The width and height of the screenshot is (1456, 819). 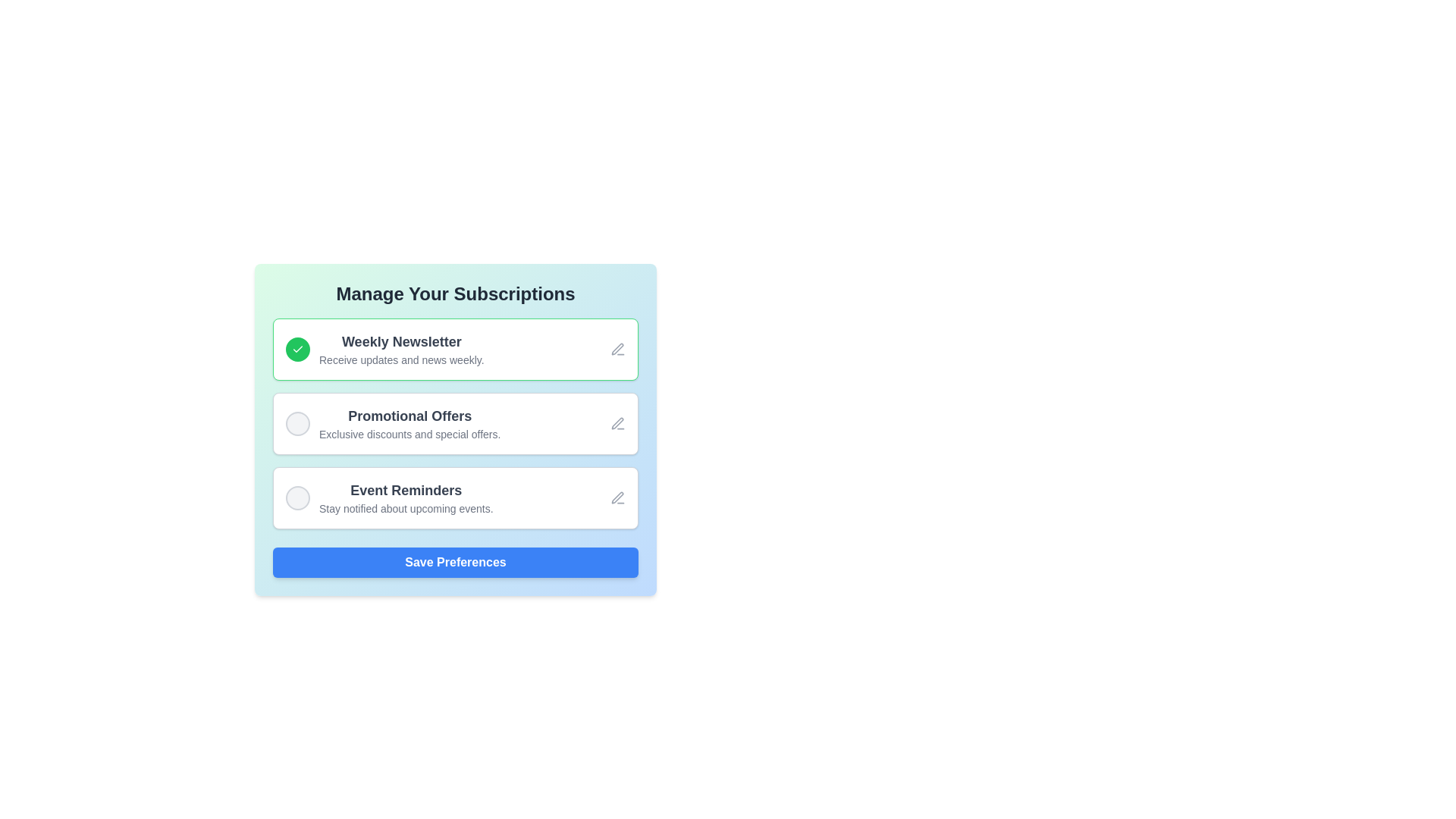 What do you see at coordinates (389, 497) in the screenshot?
I see `on the composite component labeled 'Event Reminders' which contains a title, description, selection indicator, and an edit icon` at bounding box center [389, 497].